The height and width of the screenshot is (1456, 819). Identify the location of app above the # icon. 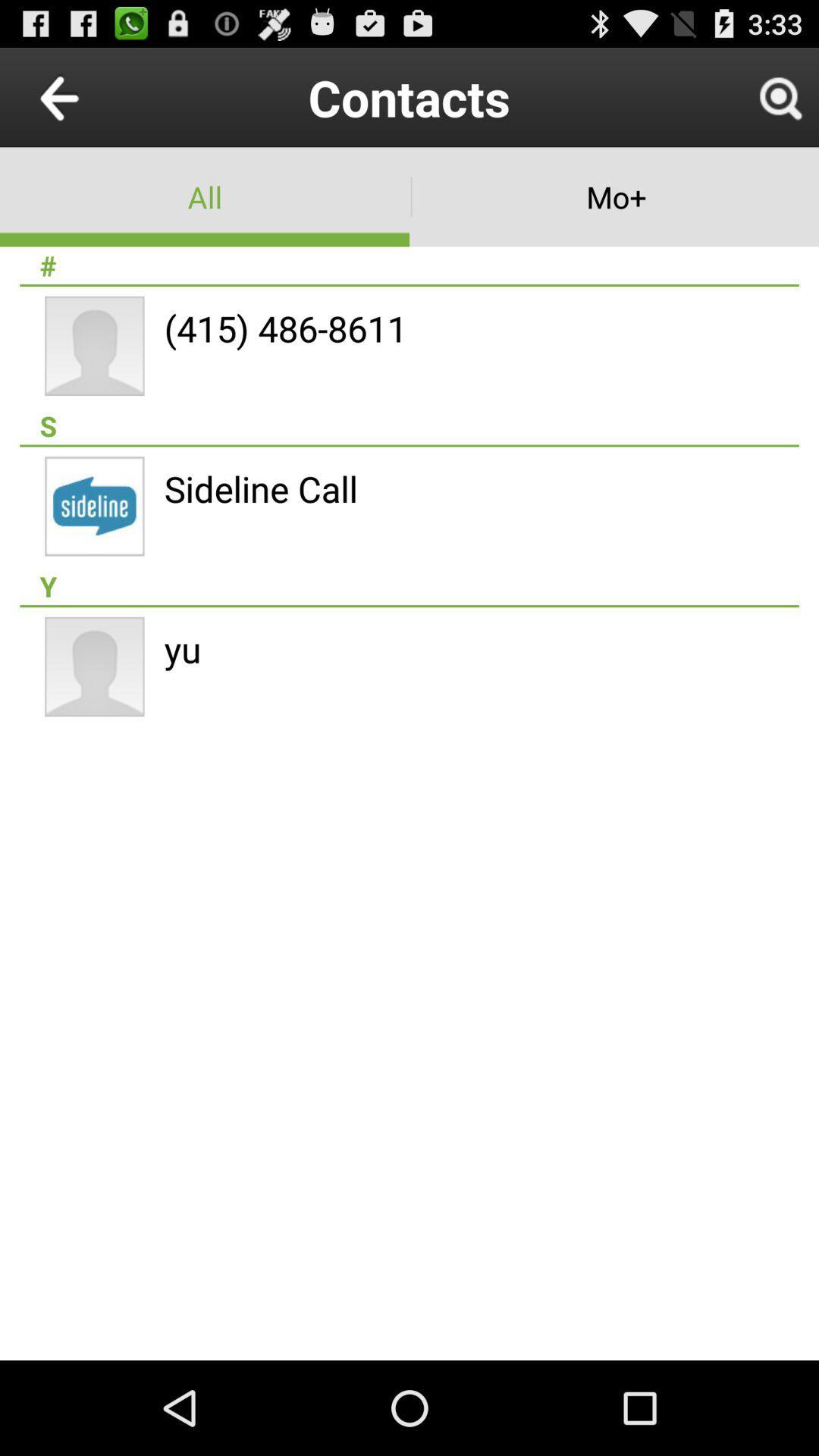
(205, 196).